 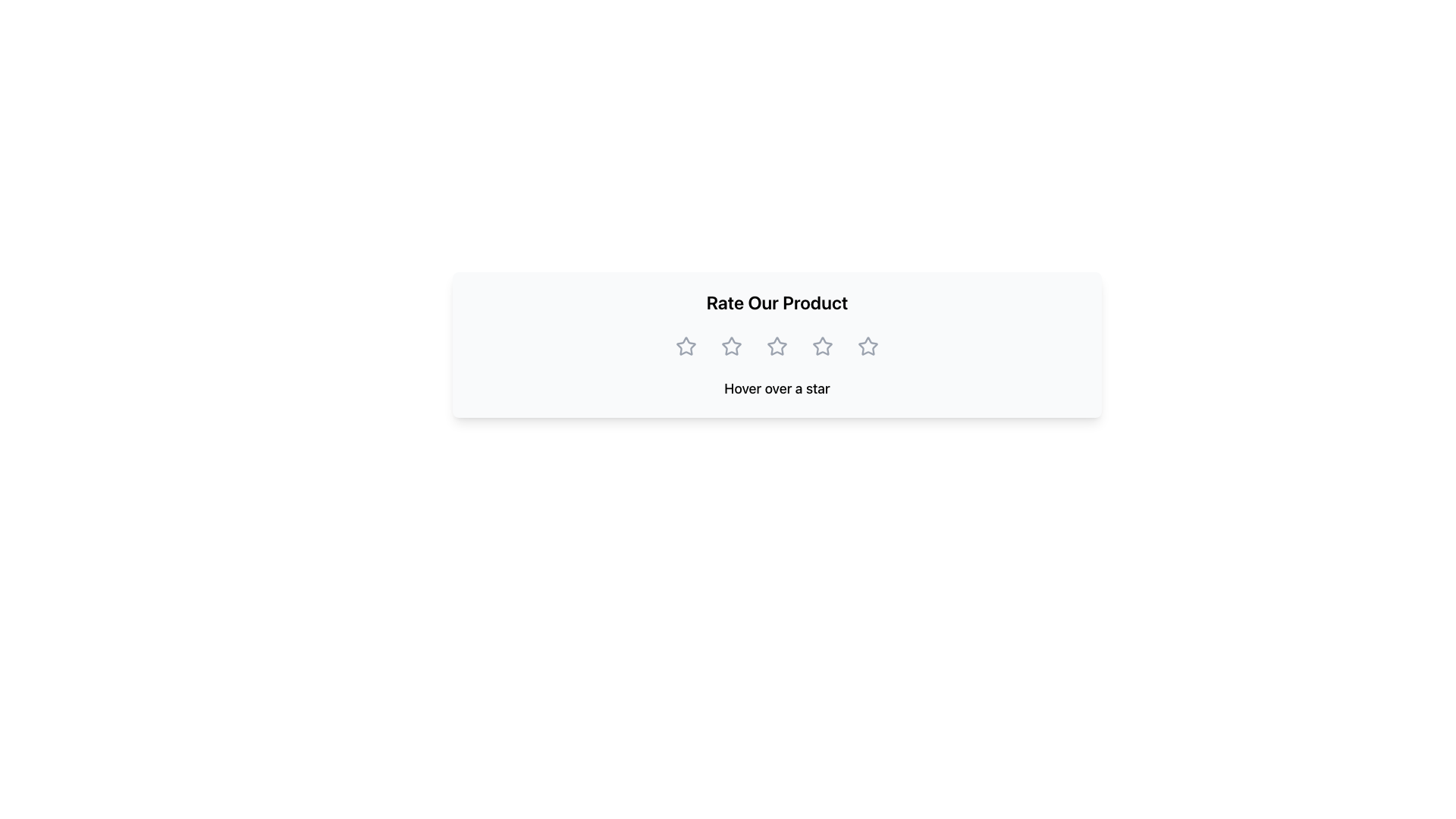 What do you see at coordinates (686, 346) in the screenshot?
I see `the first star icon in the star rating system` at bounding box center [686, 346].